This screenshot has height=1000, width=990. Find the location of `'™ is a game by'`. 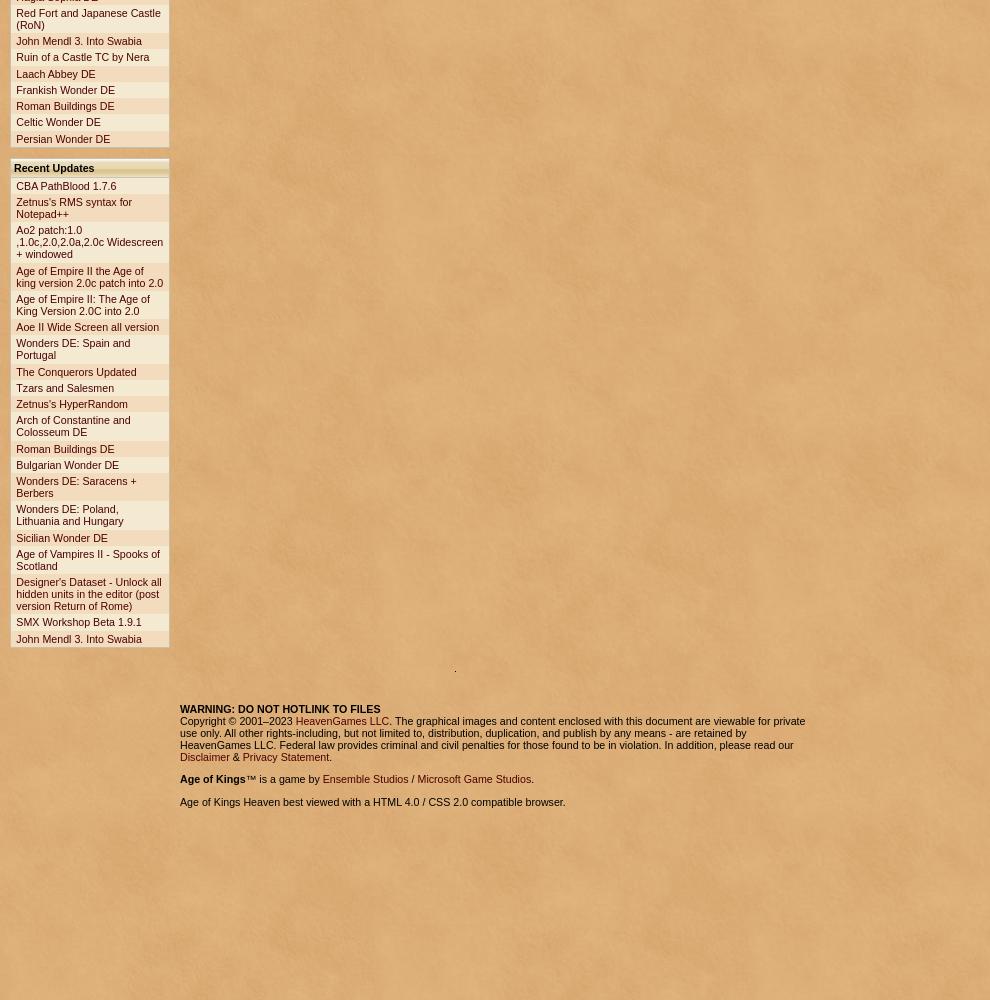

'™ is a game by' is located at coordinates (283, 779).